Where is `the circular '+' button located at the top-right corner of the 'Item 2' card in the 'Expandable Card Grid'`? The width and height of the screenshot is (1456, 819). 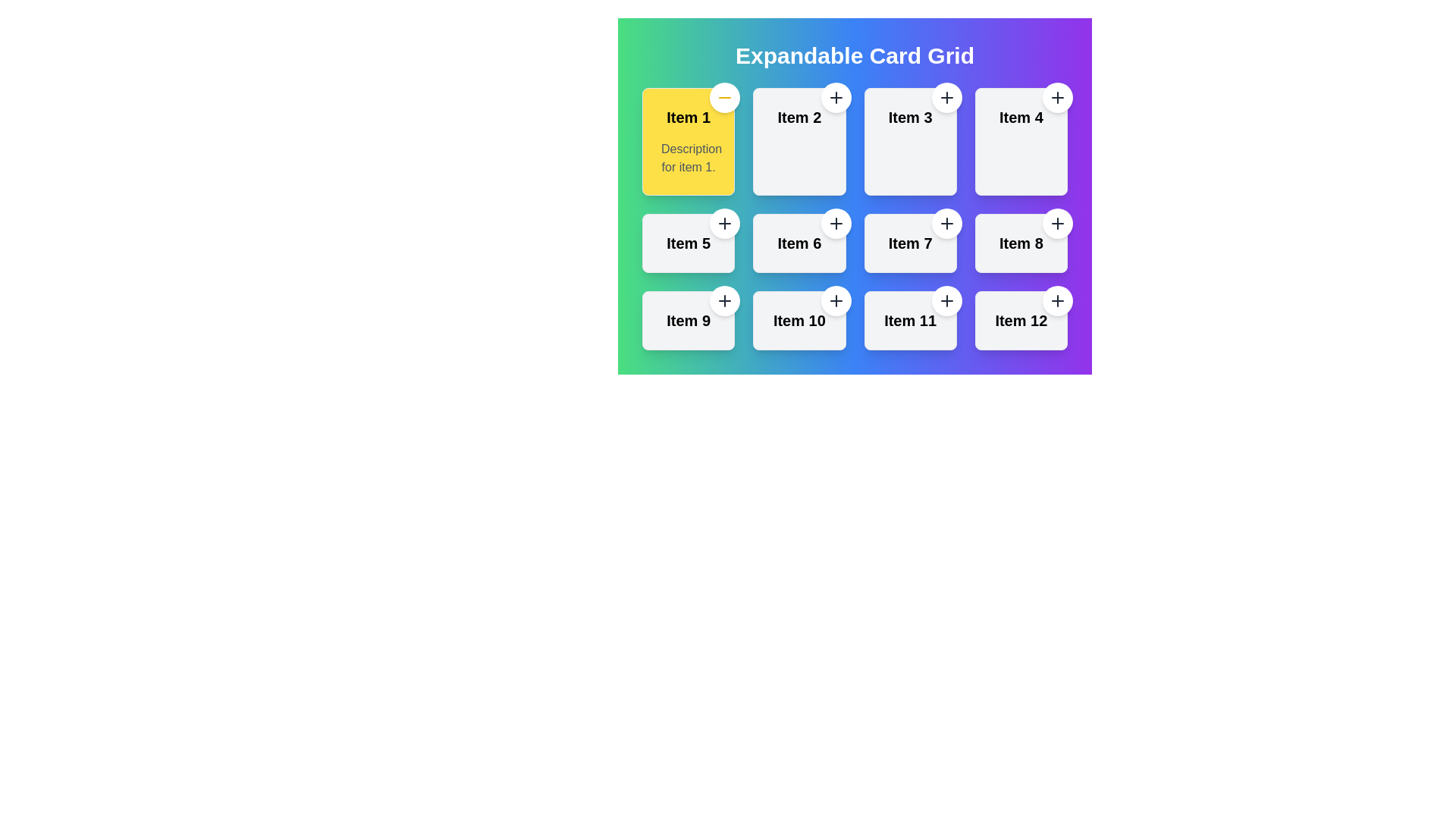
the circular '+' button located at the top-right corner of the 'Item 2' card in the 'Expandable Card Grid' is located at coordinates (835, 97).